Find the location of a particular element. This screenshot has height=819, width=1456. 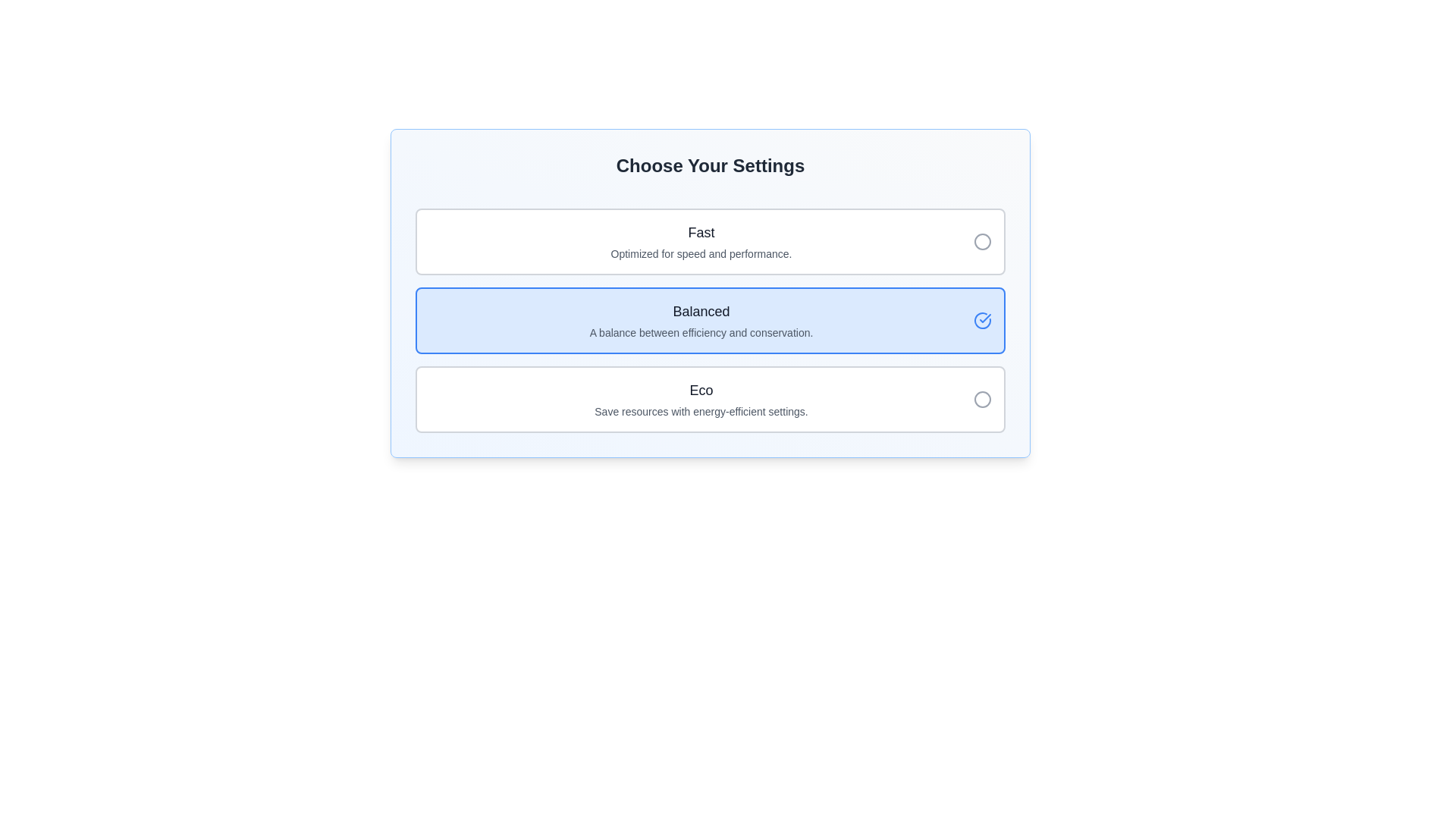

the circular option element in the 'Fast' option row, which is styled minimally with a gray tone and is located at the far right of the row is located at coordinates (983, 241).